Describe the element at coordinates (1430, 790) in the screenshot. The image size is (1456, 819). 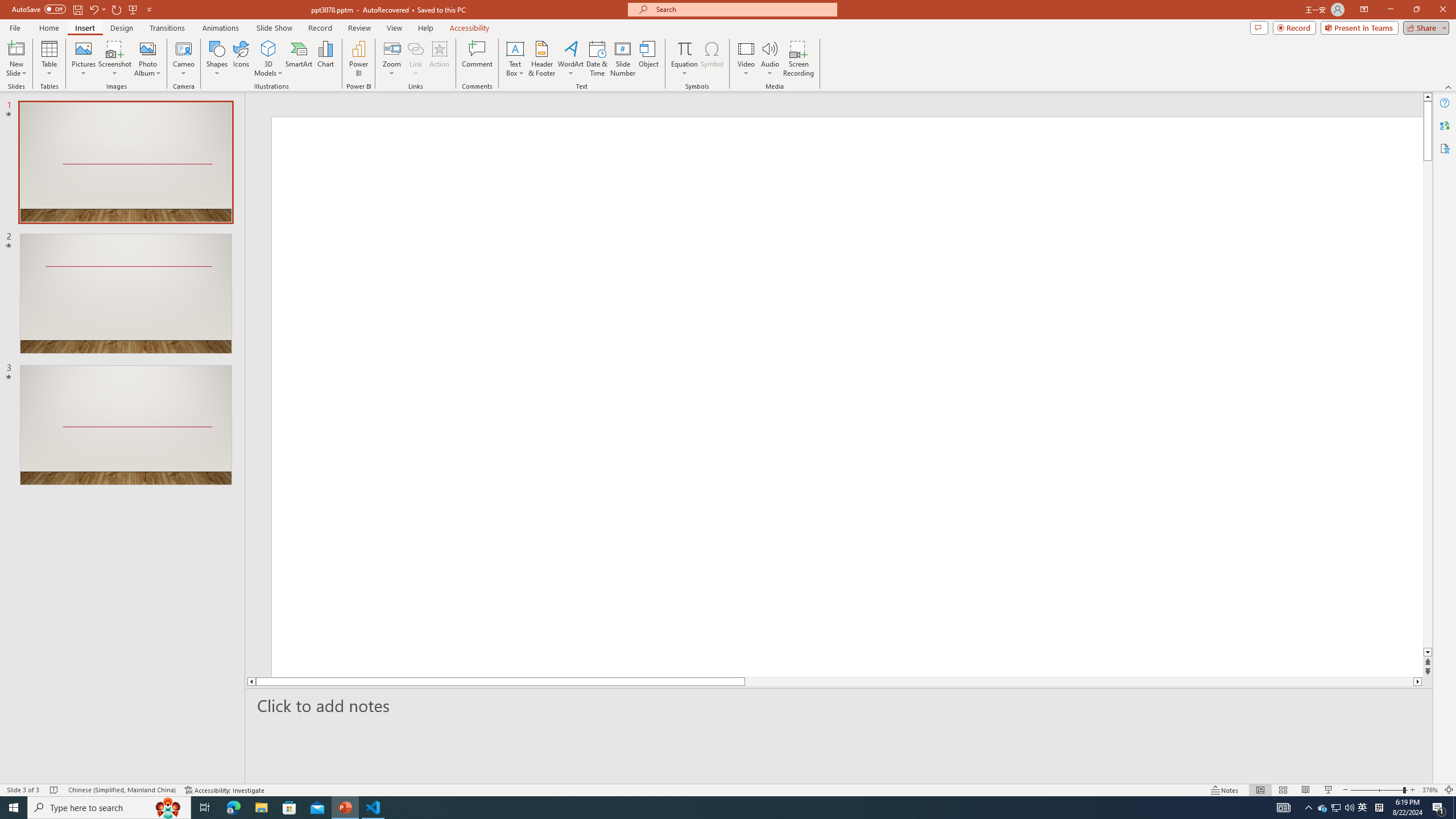
I see `'Zoom 376%'` at that location.